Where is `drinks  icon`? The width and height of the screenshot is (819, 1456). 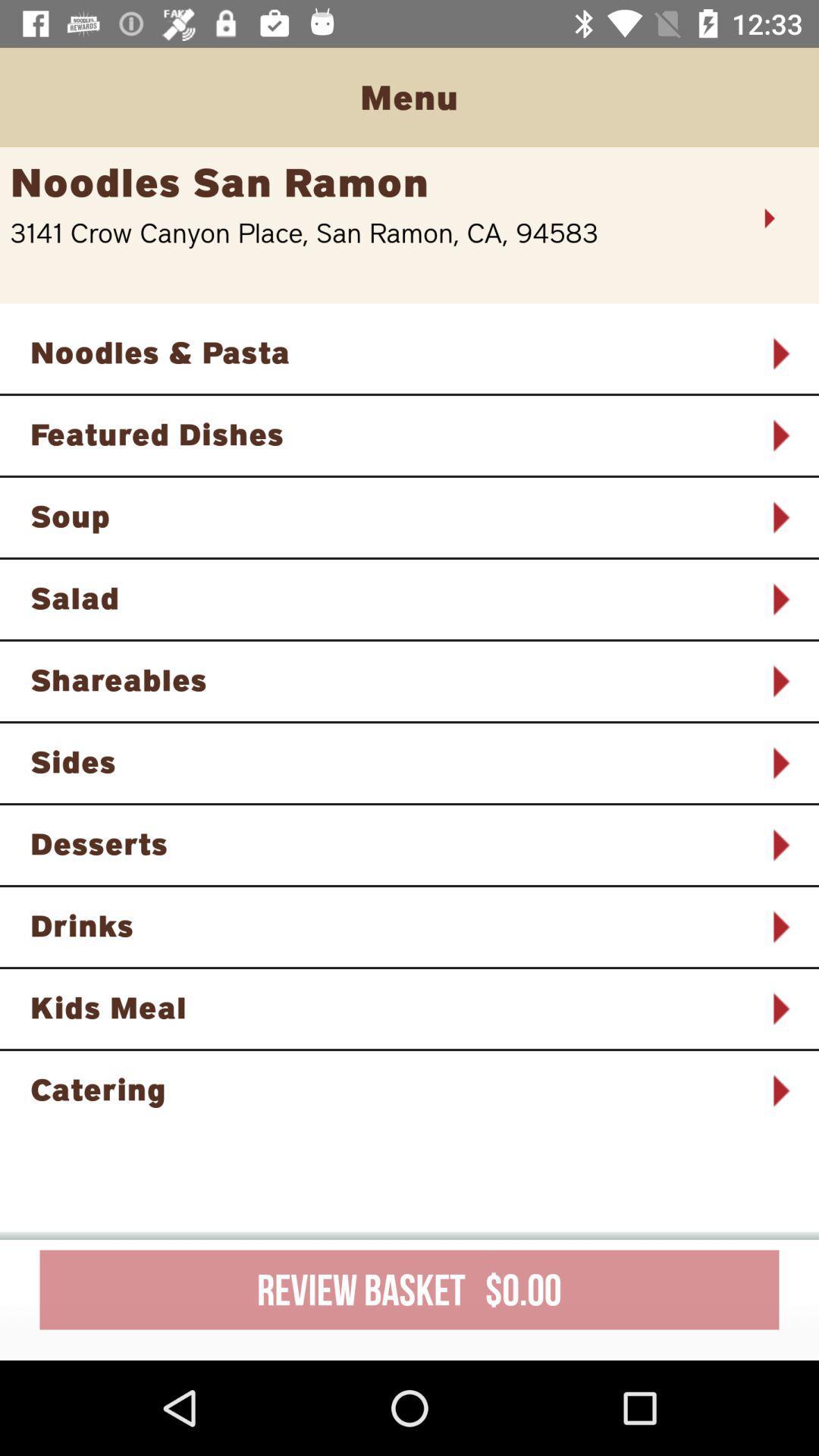
drinks  icon is located at coordinates (389, 924).